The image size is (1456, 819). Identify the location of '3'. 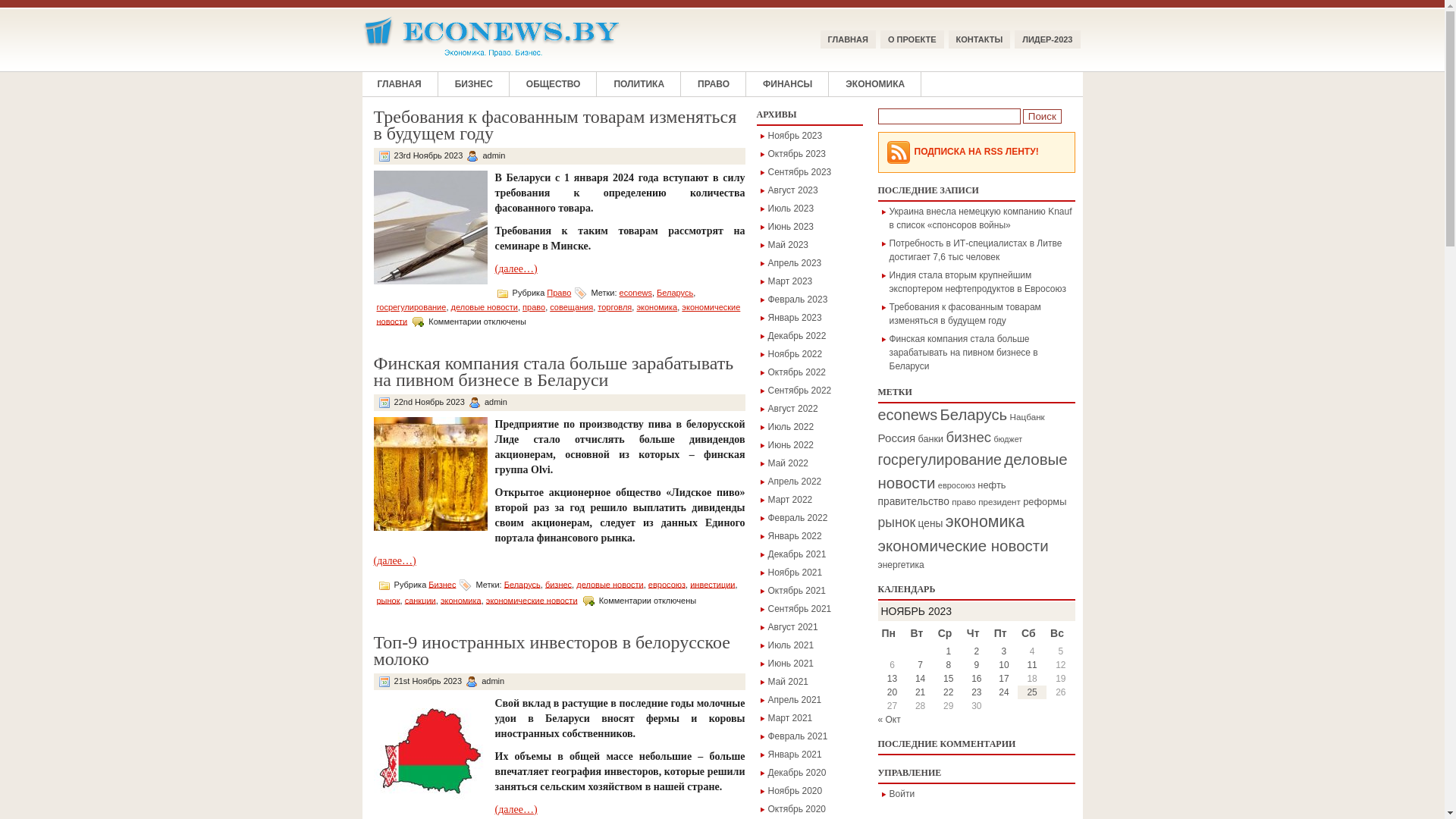
(1004, 651).